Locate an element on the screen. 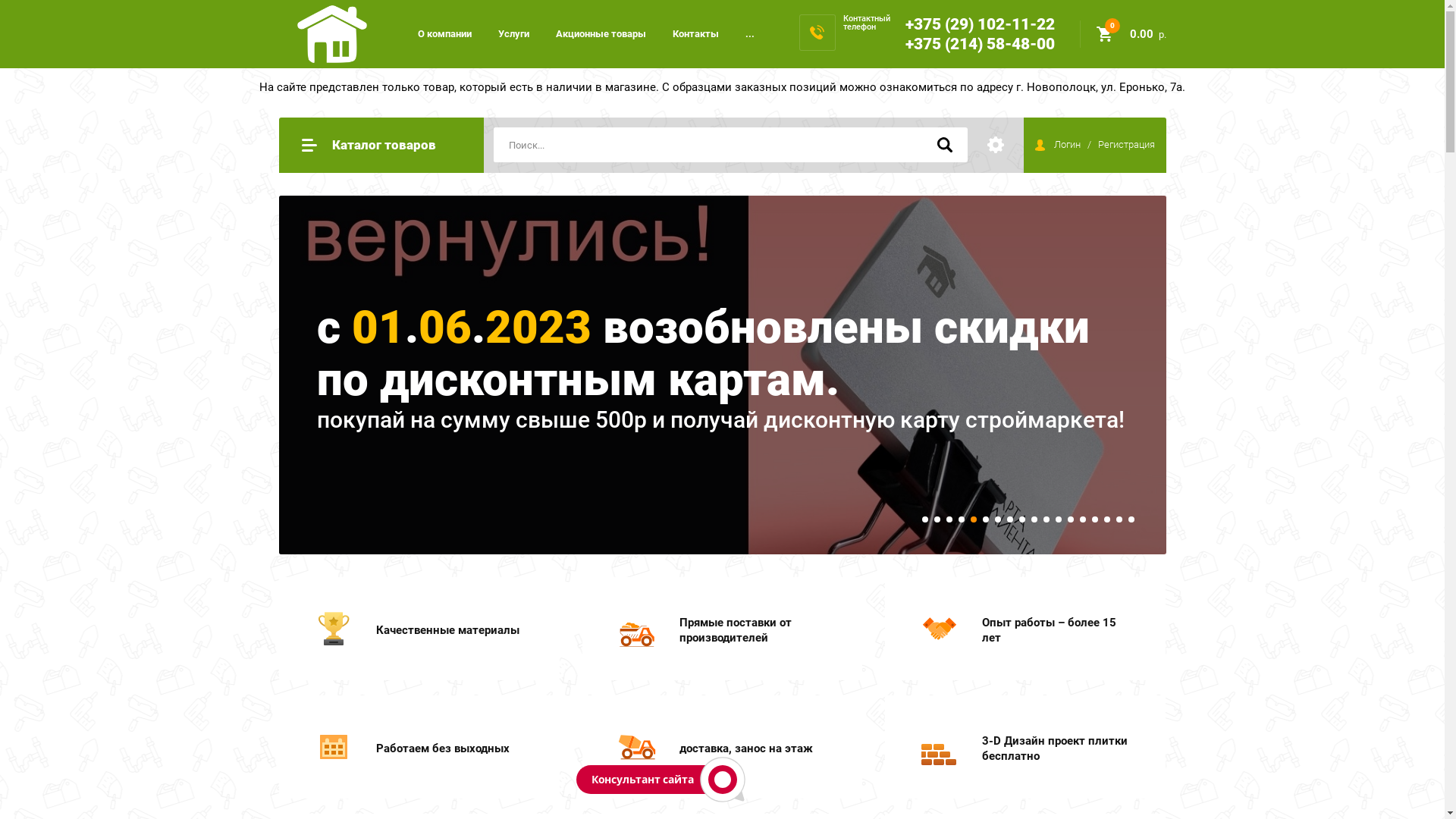  '9' is located at coordinates (1022, 519).